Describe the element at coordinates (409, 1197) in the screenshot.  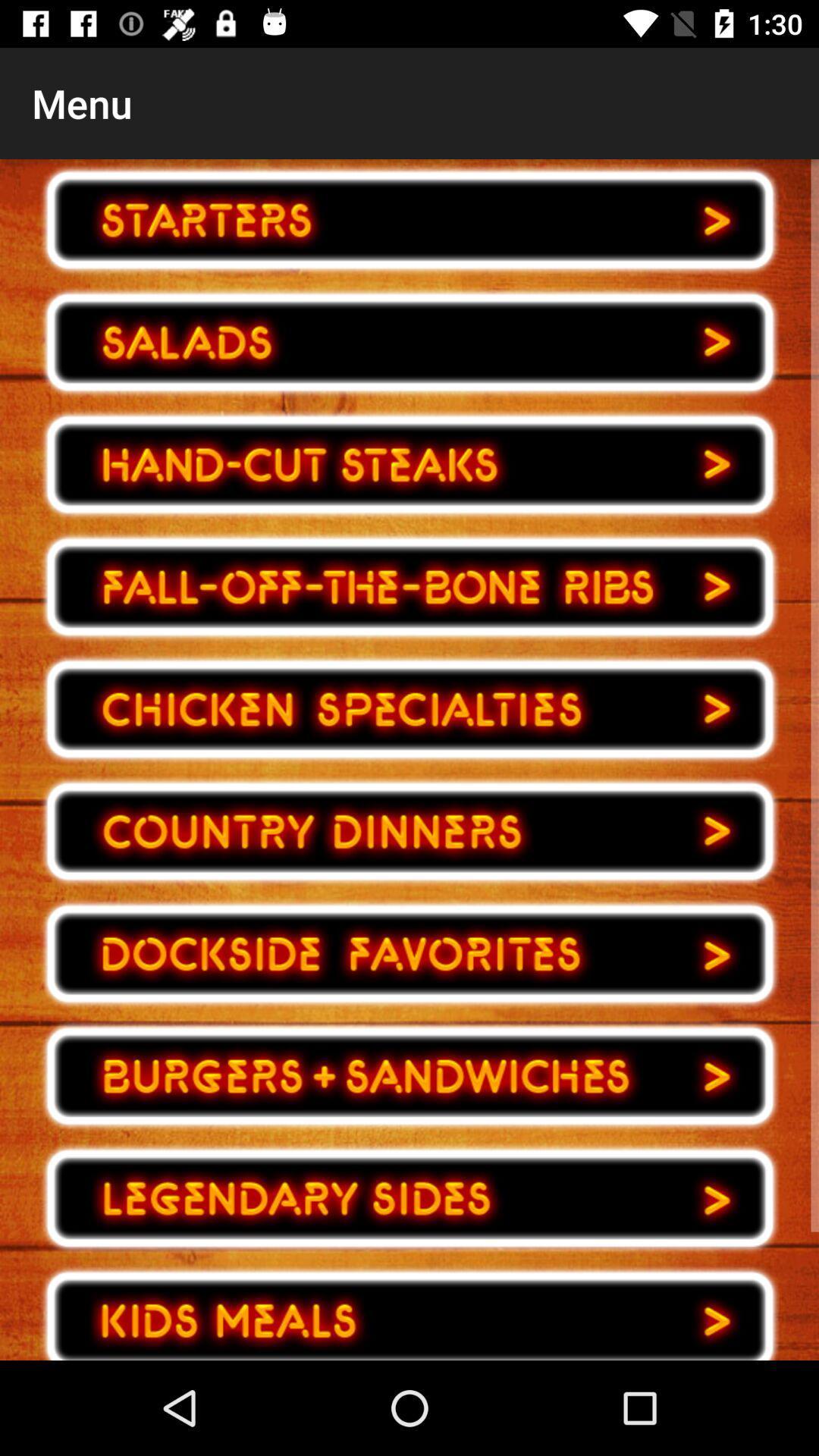
I see `choose your choice` at that location.